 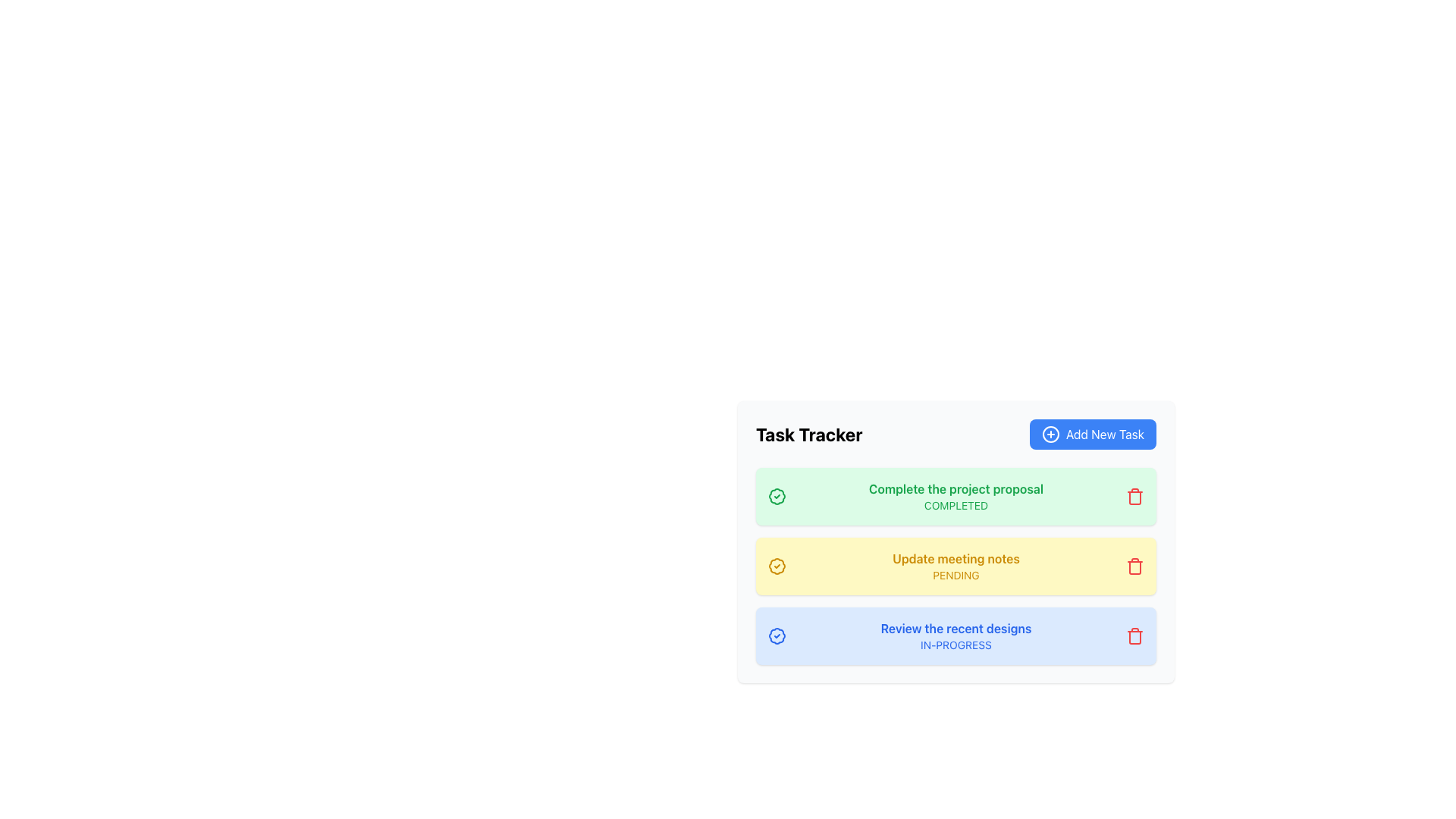 What do you see at coordinates (777, 497) in the screenshot?
I see `the green badge-like icon with a checkmark, located to the left of the text 'Complete the project proposal' in the task list` at bounding box center [777, 497].